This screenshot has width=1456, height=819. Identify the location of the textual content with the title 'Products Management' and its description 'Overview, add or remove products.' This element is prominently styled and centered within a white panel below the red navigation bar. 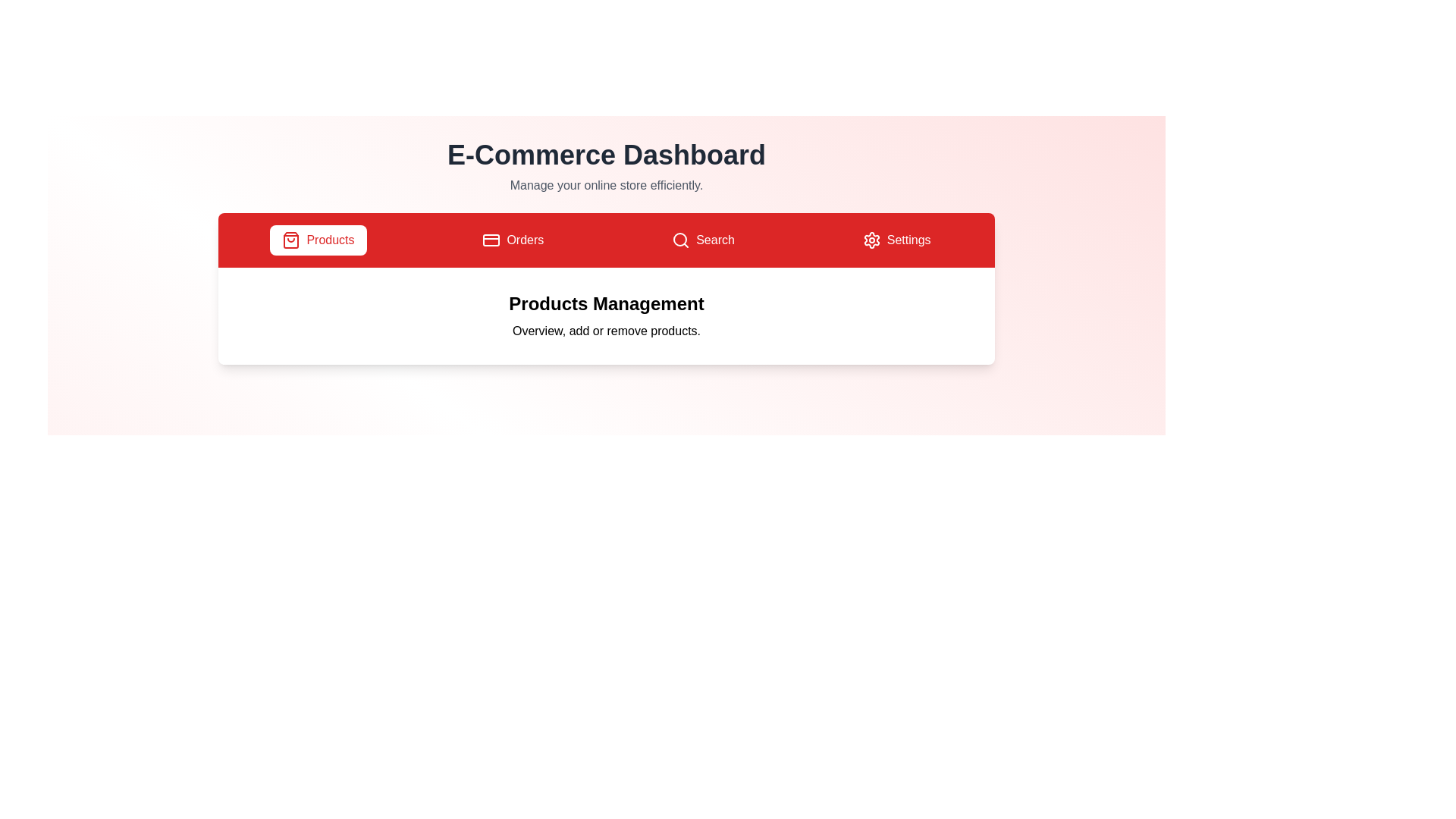
(607, 315).